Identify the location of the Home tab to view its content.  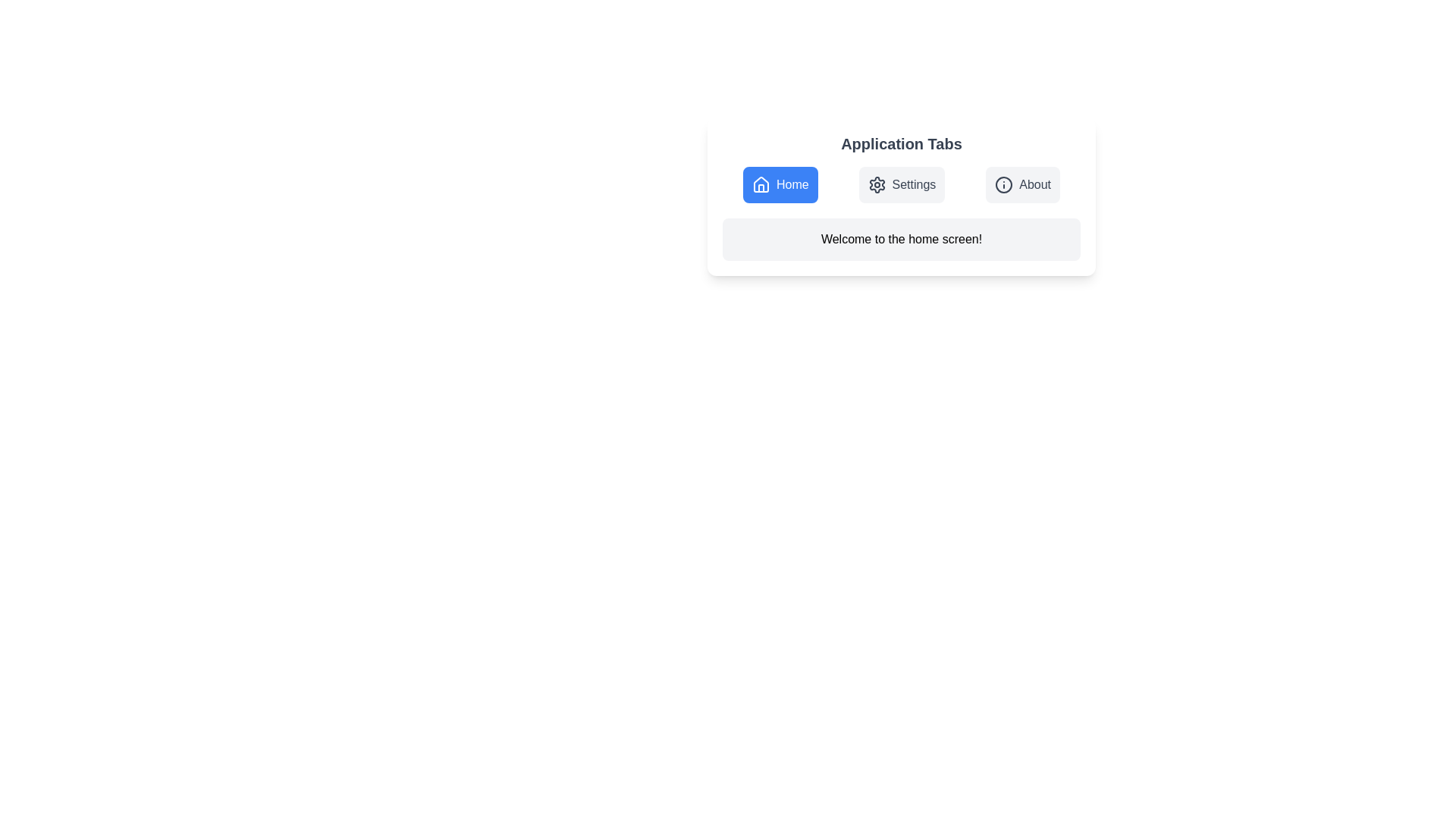
(780, 184).